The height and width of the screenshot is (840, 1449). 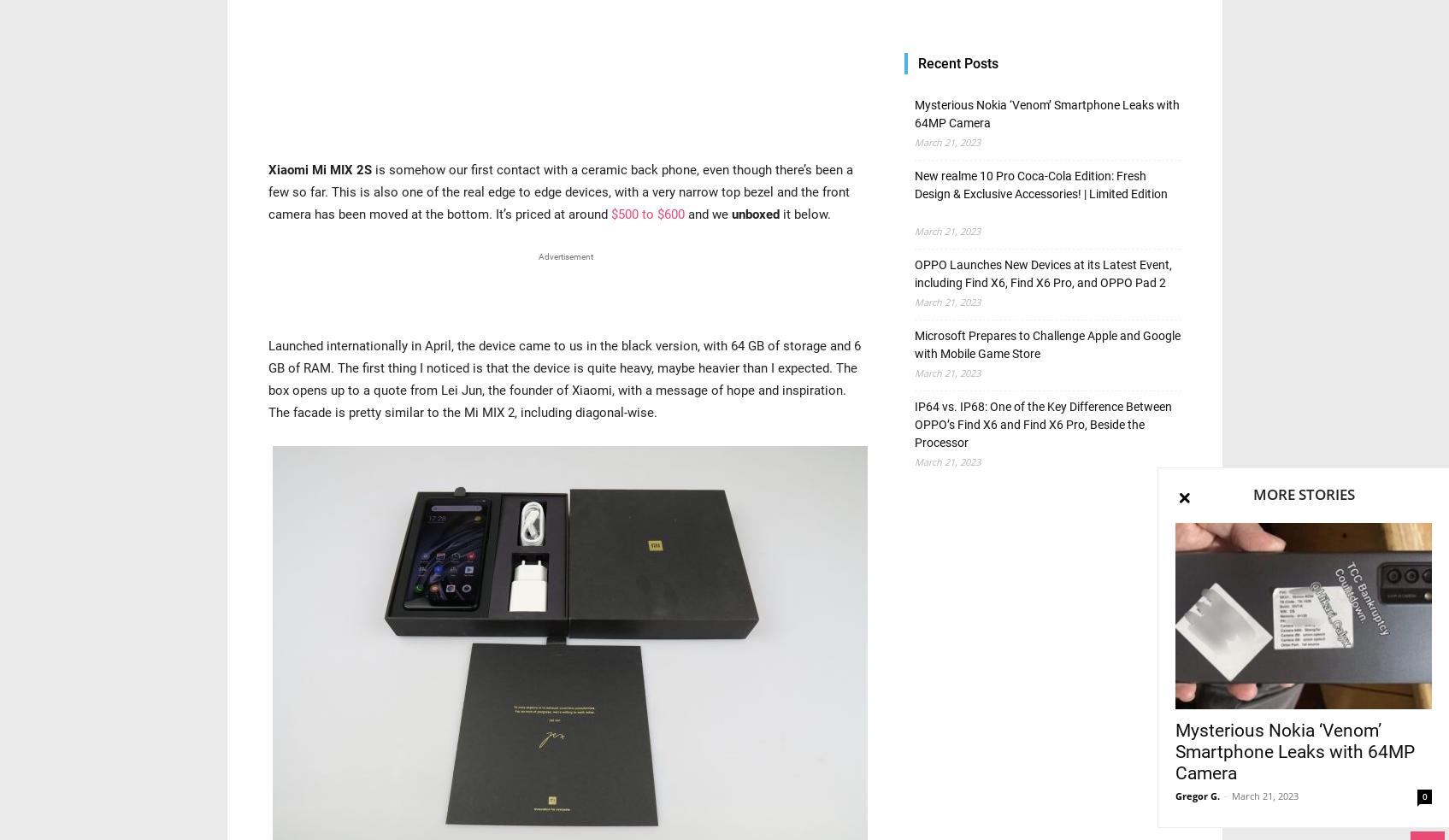 What do you see at coordinates (804, 213) in the screenshot?
I see `'it below.'` at bounding box center [804, 213].